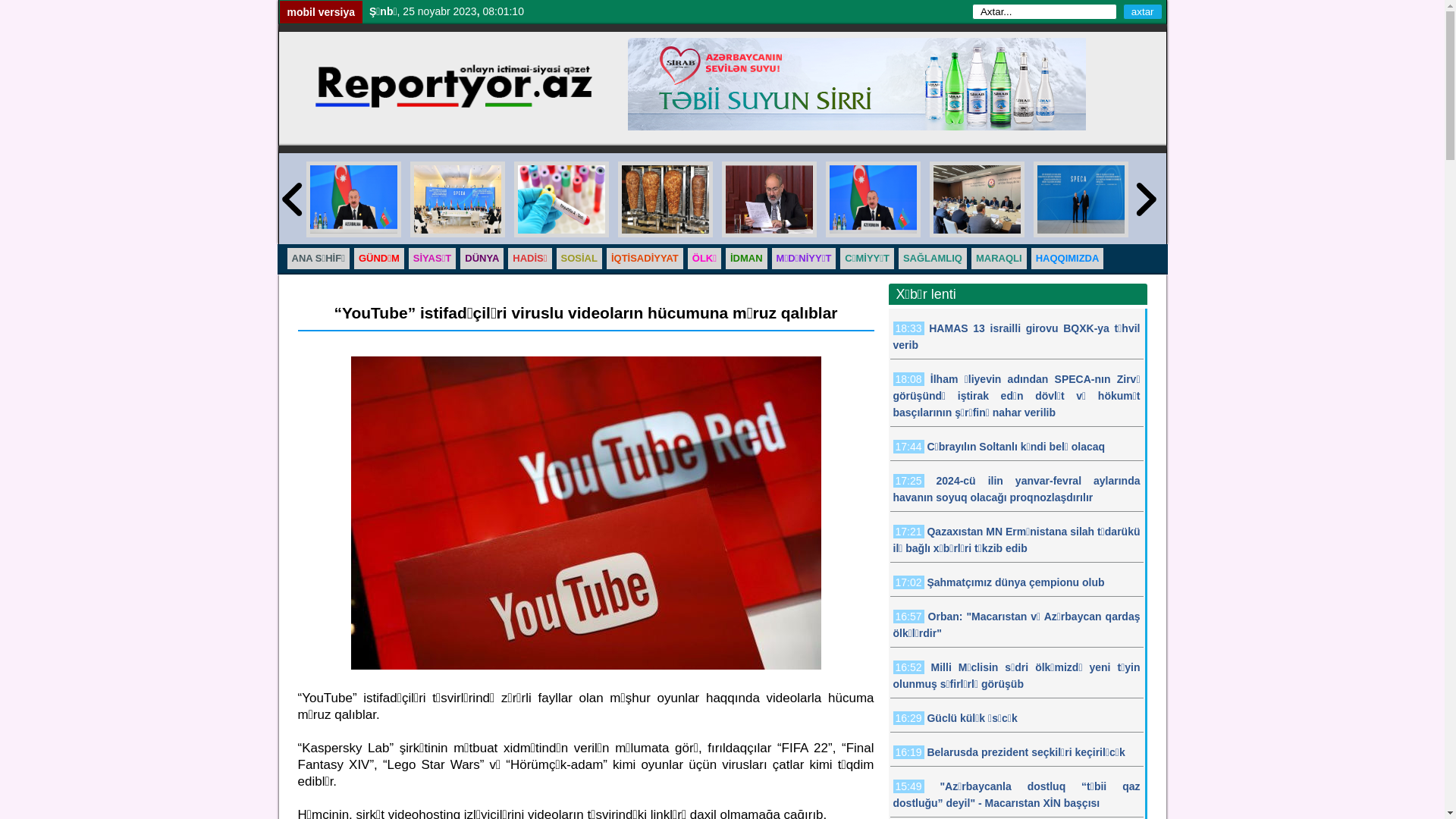  Describe the element at coordinates (999, 257) in the screenshot. I see `'MARAQLI'` at that location.